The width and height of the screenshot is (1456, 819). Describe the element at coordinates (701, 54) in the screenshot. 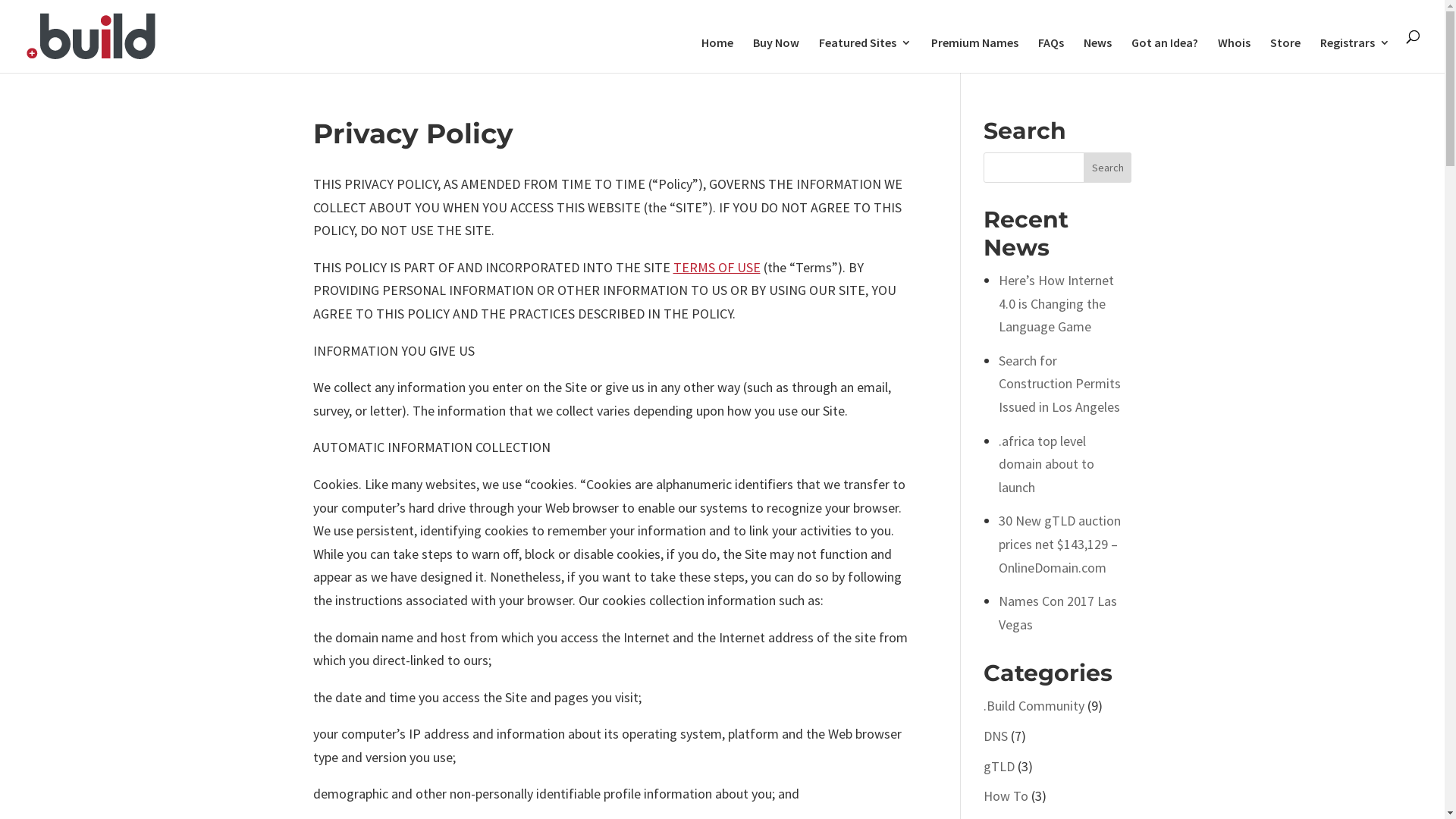

I see `'Home'` at that location.